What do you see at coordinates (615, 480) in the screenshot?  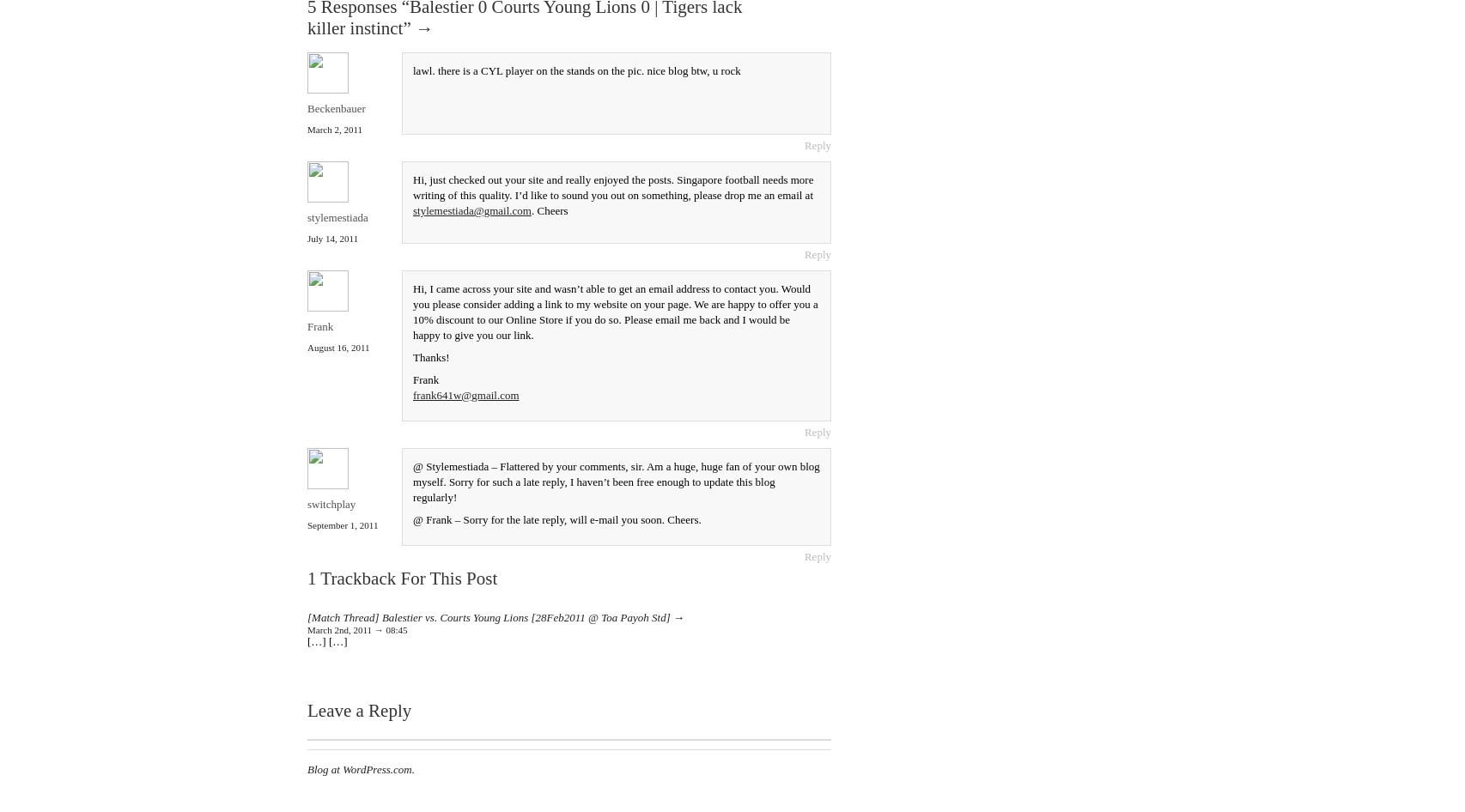 I see `'@ Stylemestiada – Flattered by your comments, sir. Am a huge, huge fan of your own blog myself. Sorry for such a late reply, I haven’t been free enough to update this blog regularly!'` at bounding box center [615, 480].